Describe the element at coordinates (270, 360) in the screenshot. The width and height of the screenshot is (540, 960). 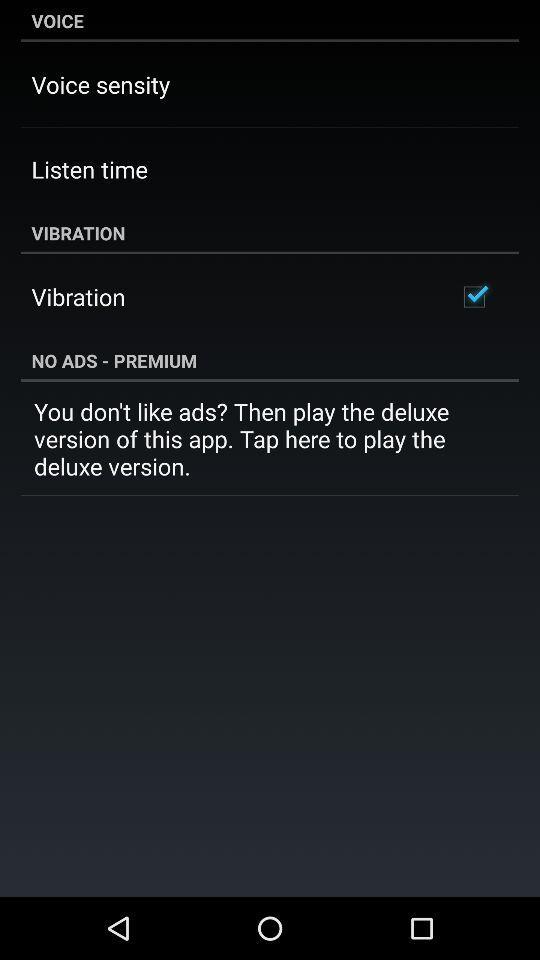
I see `the no ads - premium item` at that location.